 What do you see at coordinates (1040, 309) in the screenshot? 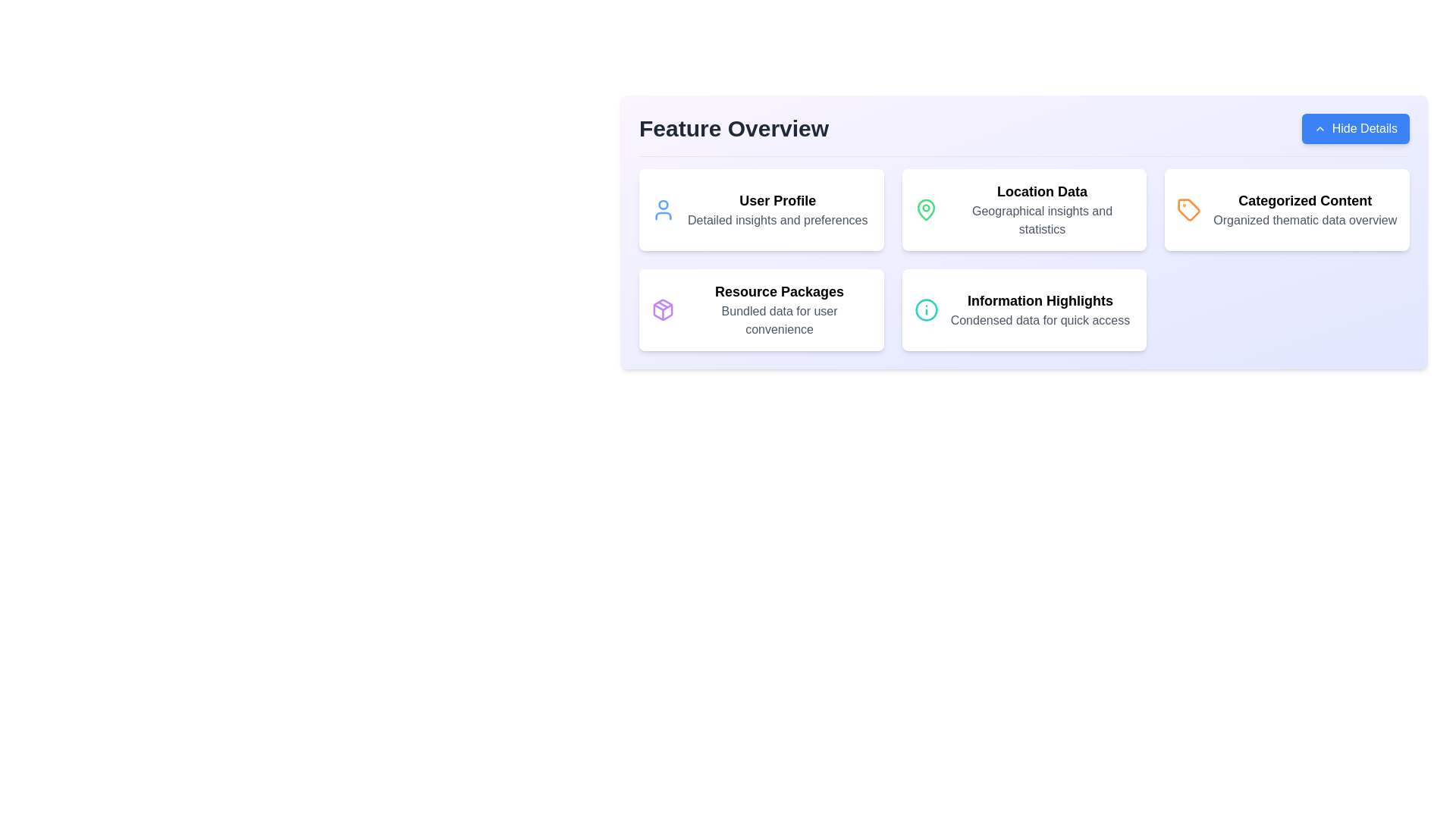
I see `the 'Information Highlights' text block located in the bottom-right corner of the grid under 'Feature Overview', which contains a bold title and a subdued description` at bounding box center [1040, 309].